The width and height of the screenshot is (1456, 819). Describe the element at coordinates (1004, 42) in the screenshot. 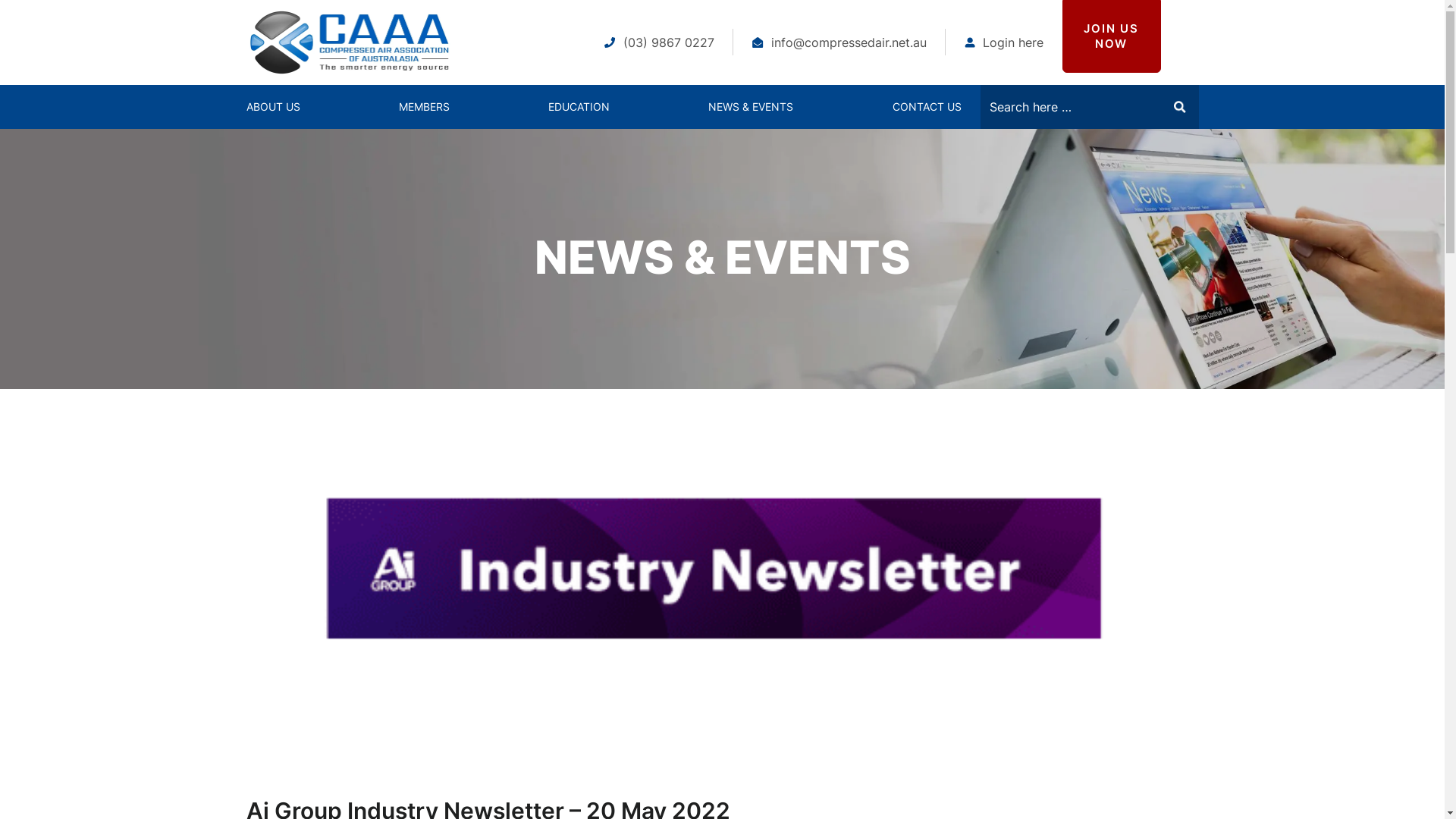

I see `'Login here'` at that location.